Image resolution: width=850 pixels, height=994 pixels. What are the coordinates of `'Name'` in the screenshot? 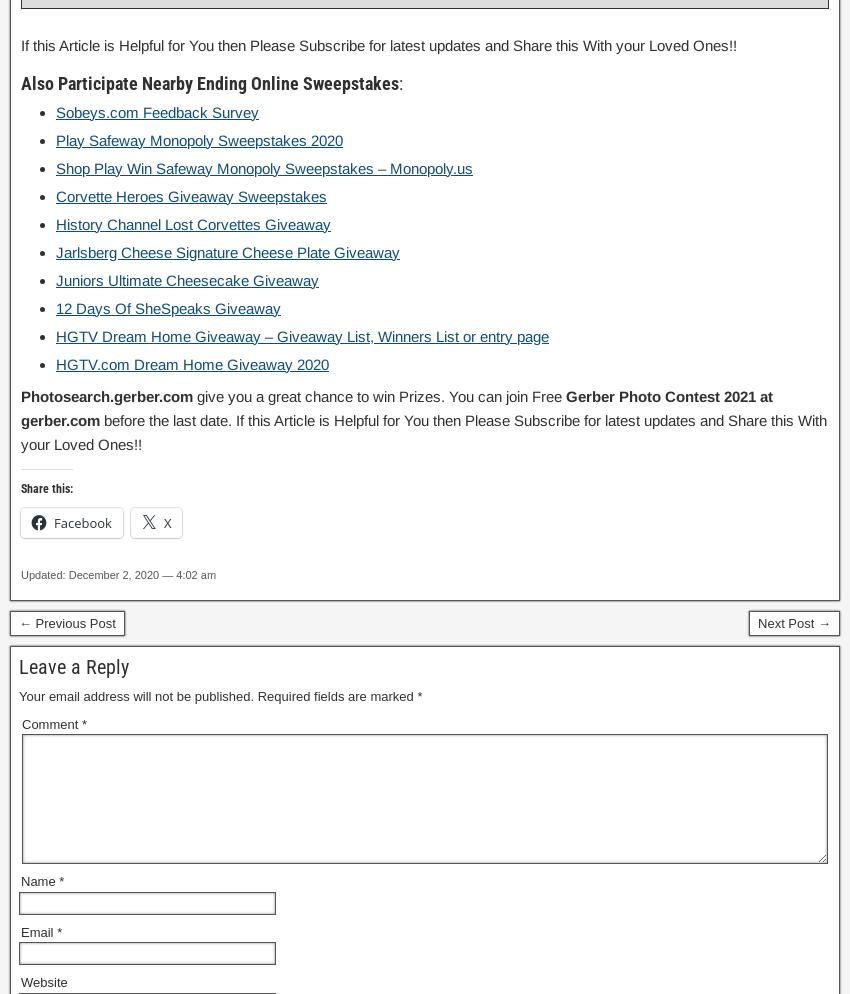 It's located at (39, 881).